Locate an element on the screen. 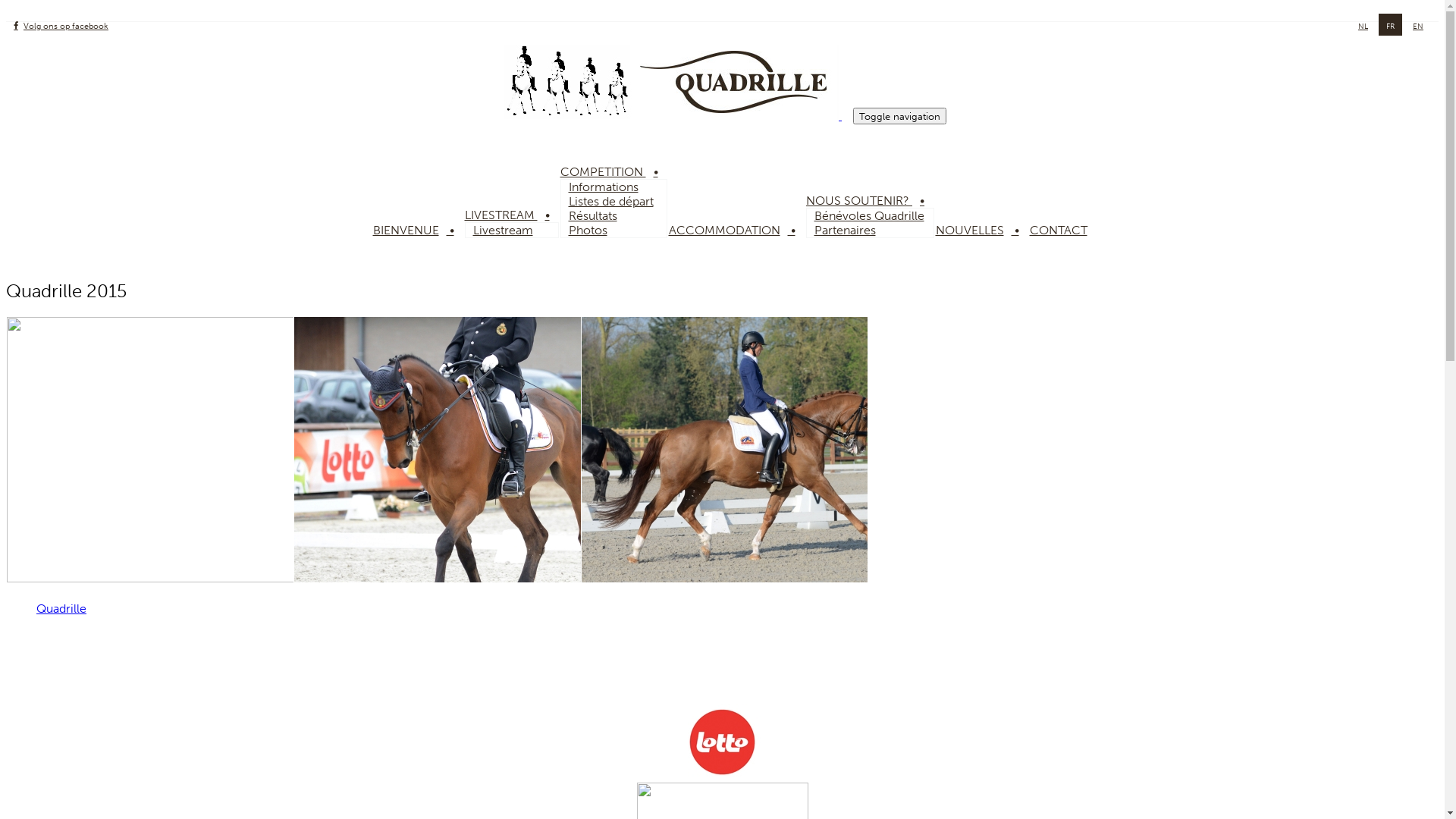 The width and height of the screenshot is (1456, 819). 'ACCOMMODATION' is located at coordinates (736, 230).